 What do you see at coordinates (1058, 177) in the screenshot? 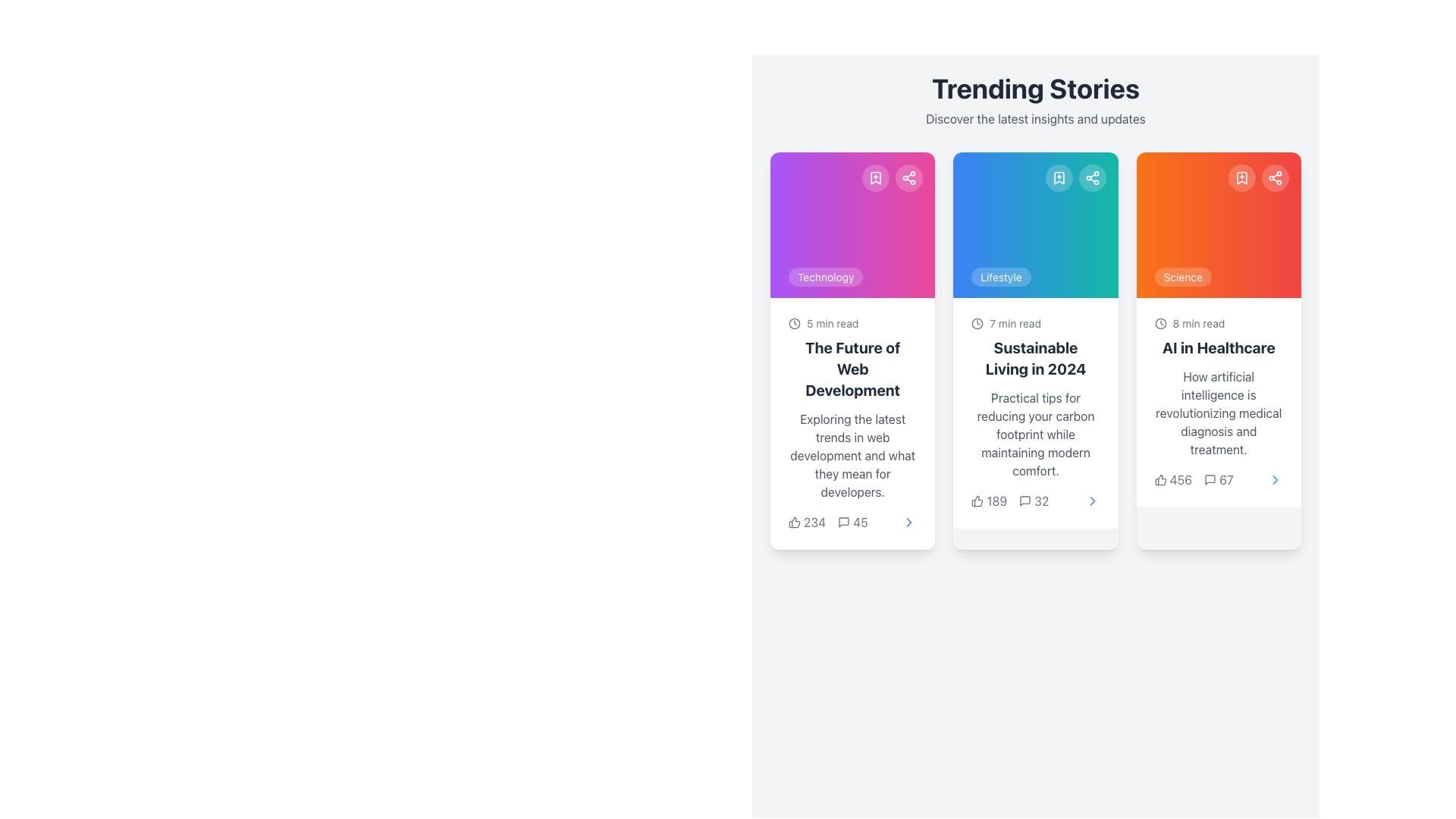
I see `the bookmark icon located in the top-right corner of the 'Lifestyle' card` at bounding box center [1058, 177].